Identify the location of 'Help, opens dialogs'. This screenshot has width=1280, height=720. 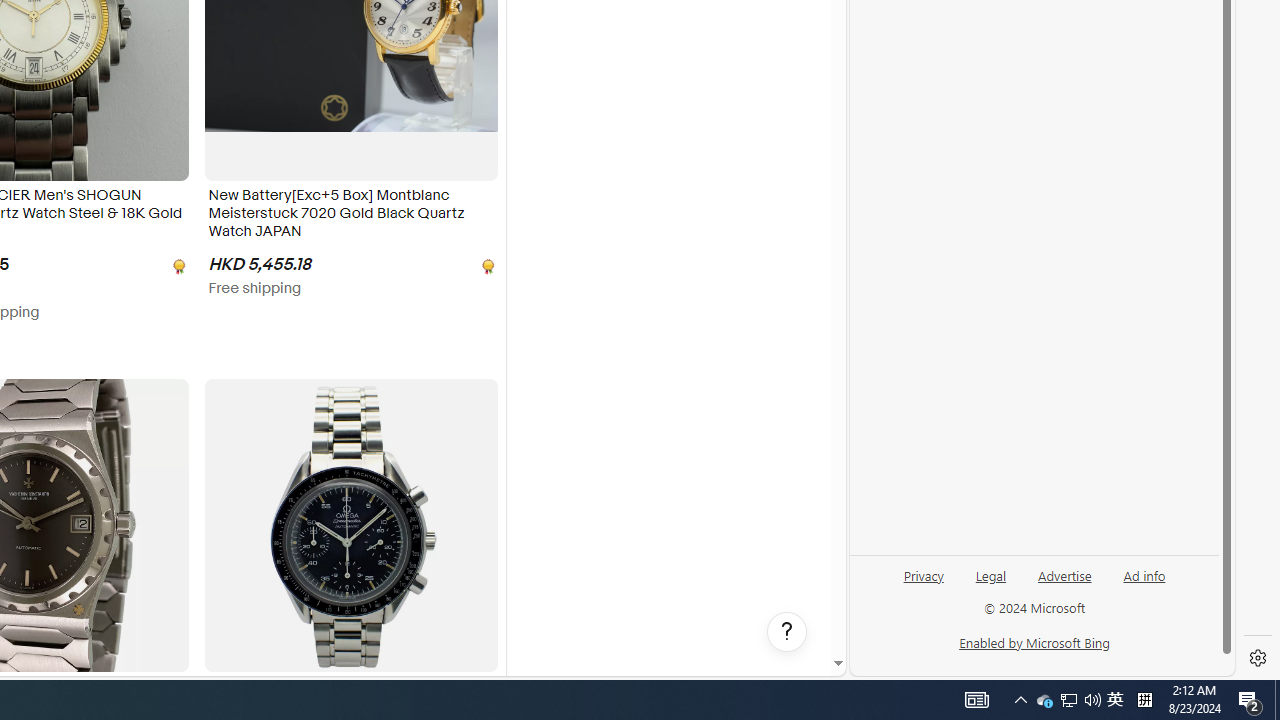
(786, 632).